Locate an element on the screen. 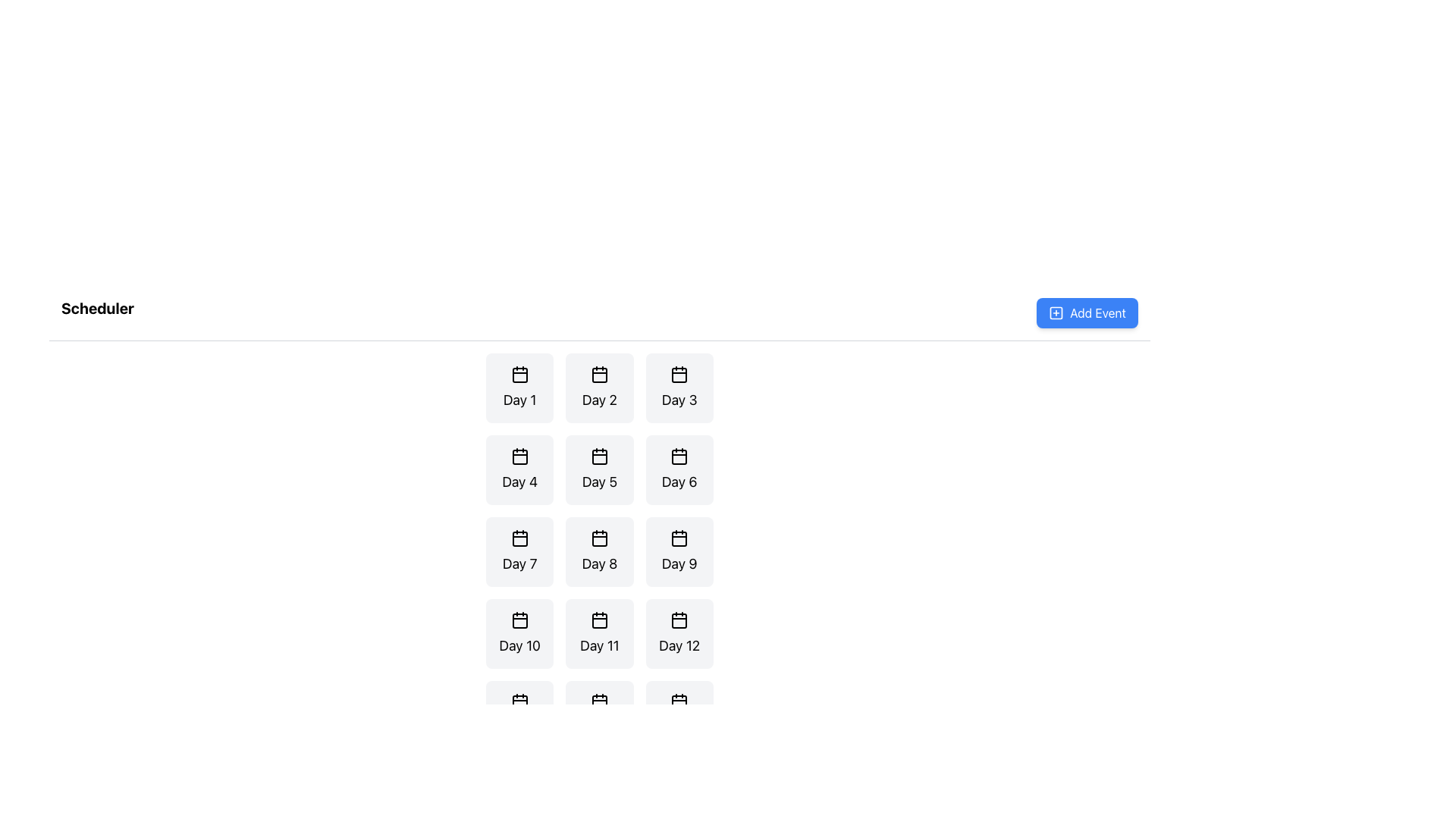  the calendar entry icon labeled 'Day 1' in the scheduler is located at coordinates (519, 375).